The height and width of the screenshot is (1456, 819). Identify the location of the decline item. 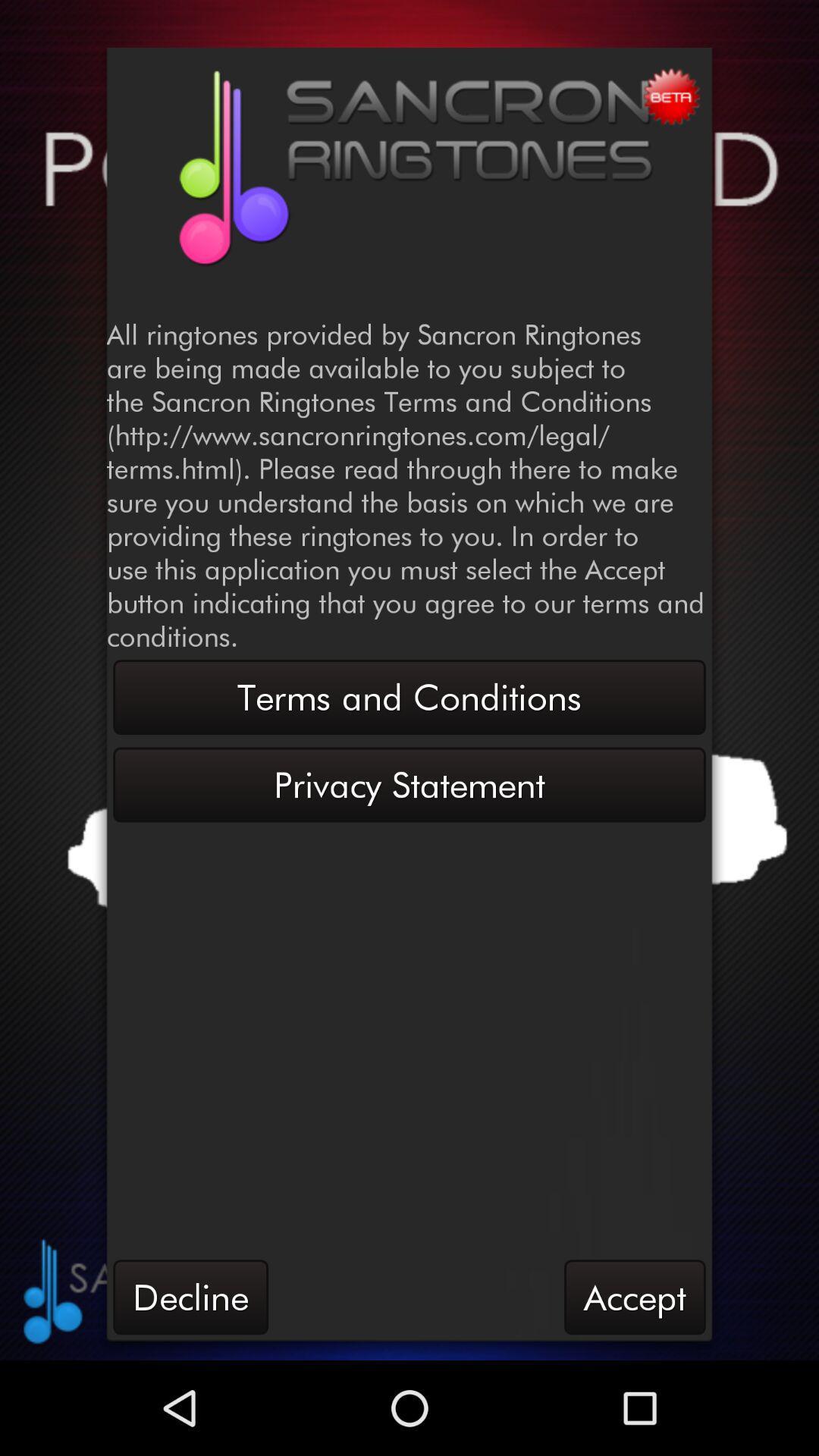
(190, 1296).